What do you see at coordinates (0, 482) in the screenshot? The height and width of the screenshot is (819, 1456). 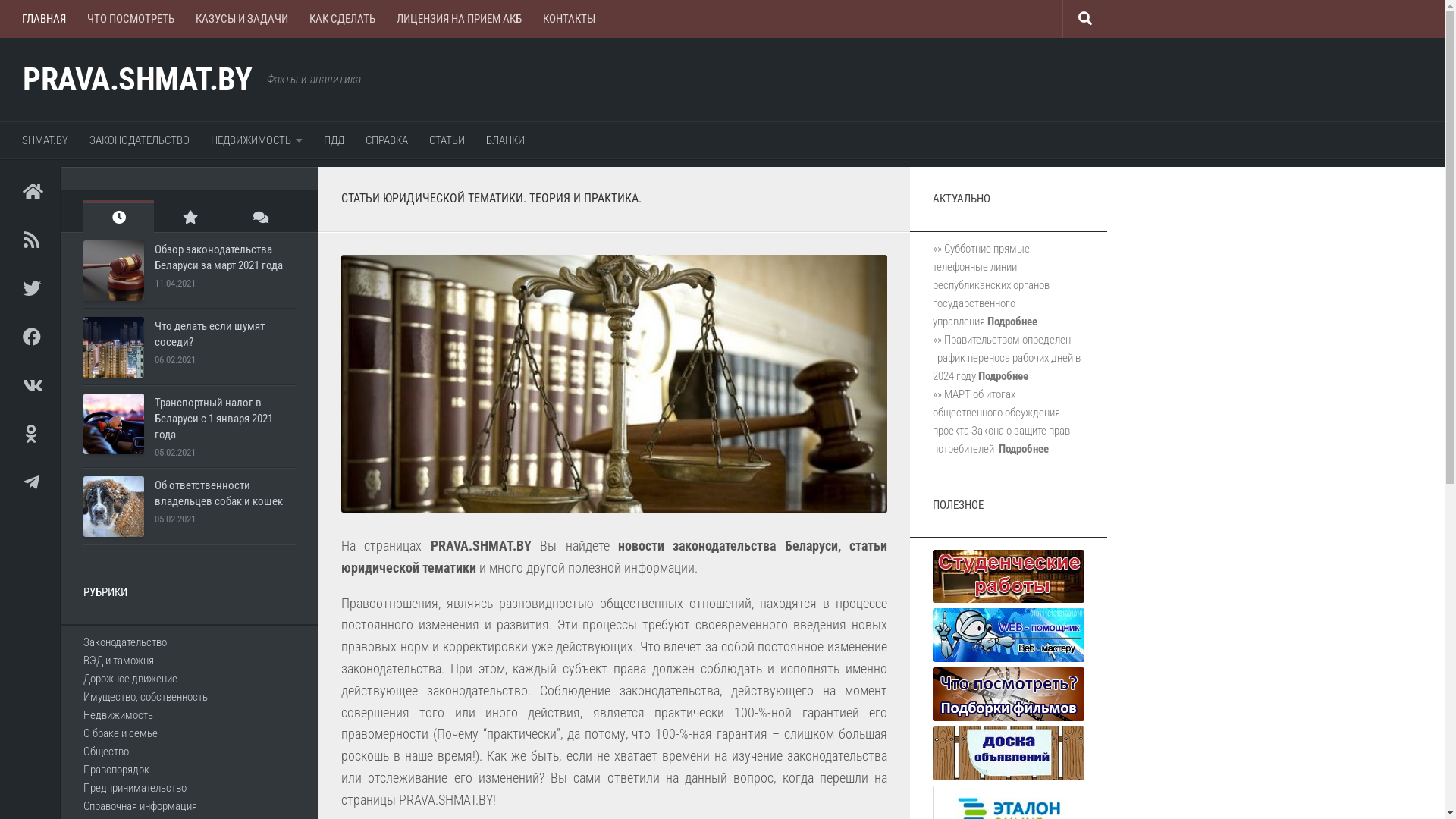 I see `'Telegram'` at bounding box center [0, 482].